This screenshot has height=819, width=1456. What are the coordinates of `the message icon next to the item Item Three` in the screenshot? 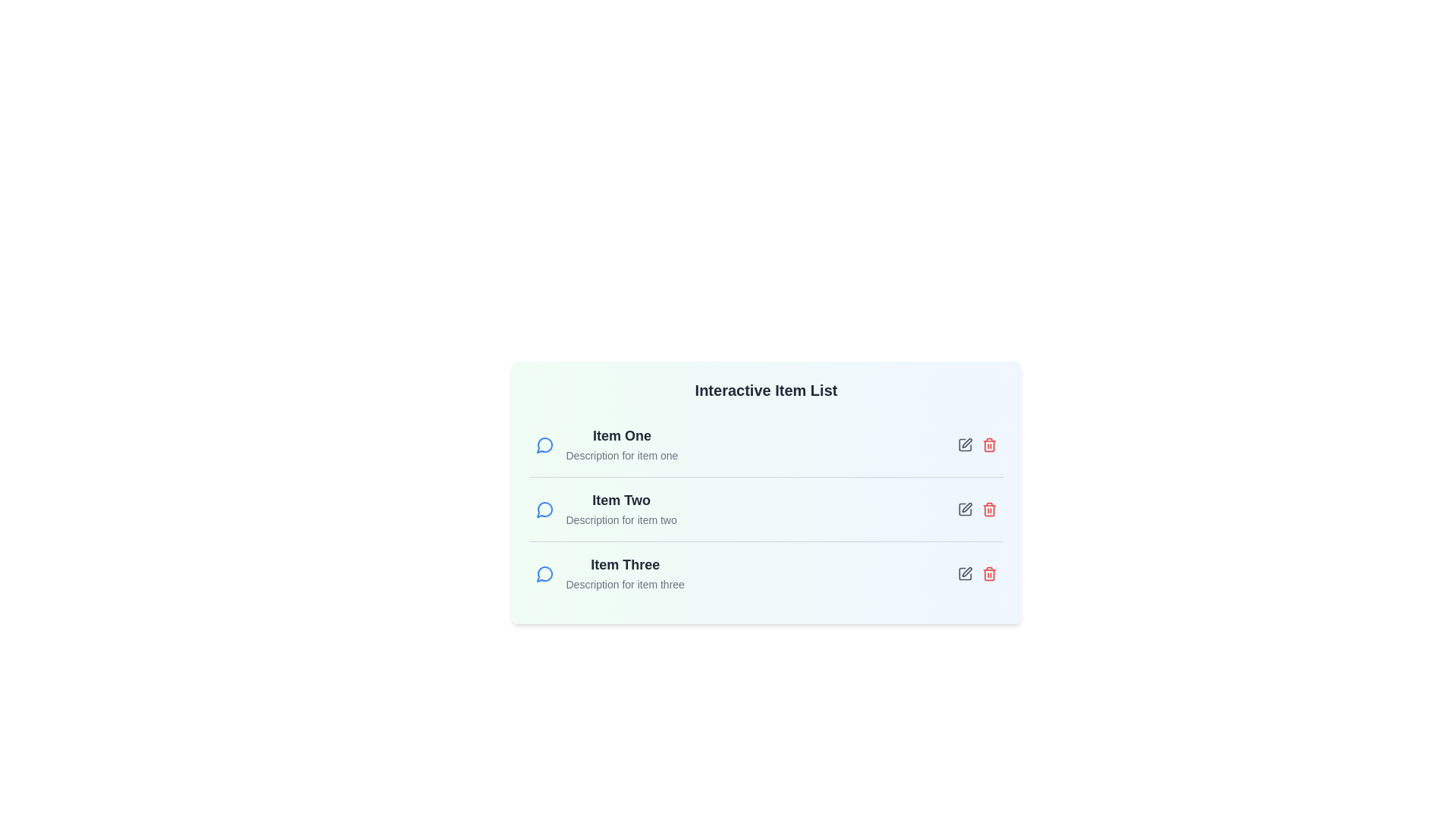 It's located at (544, 573).